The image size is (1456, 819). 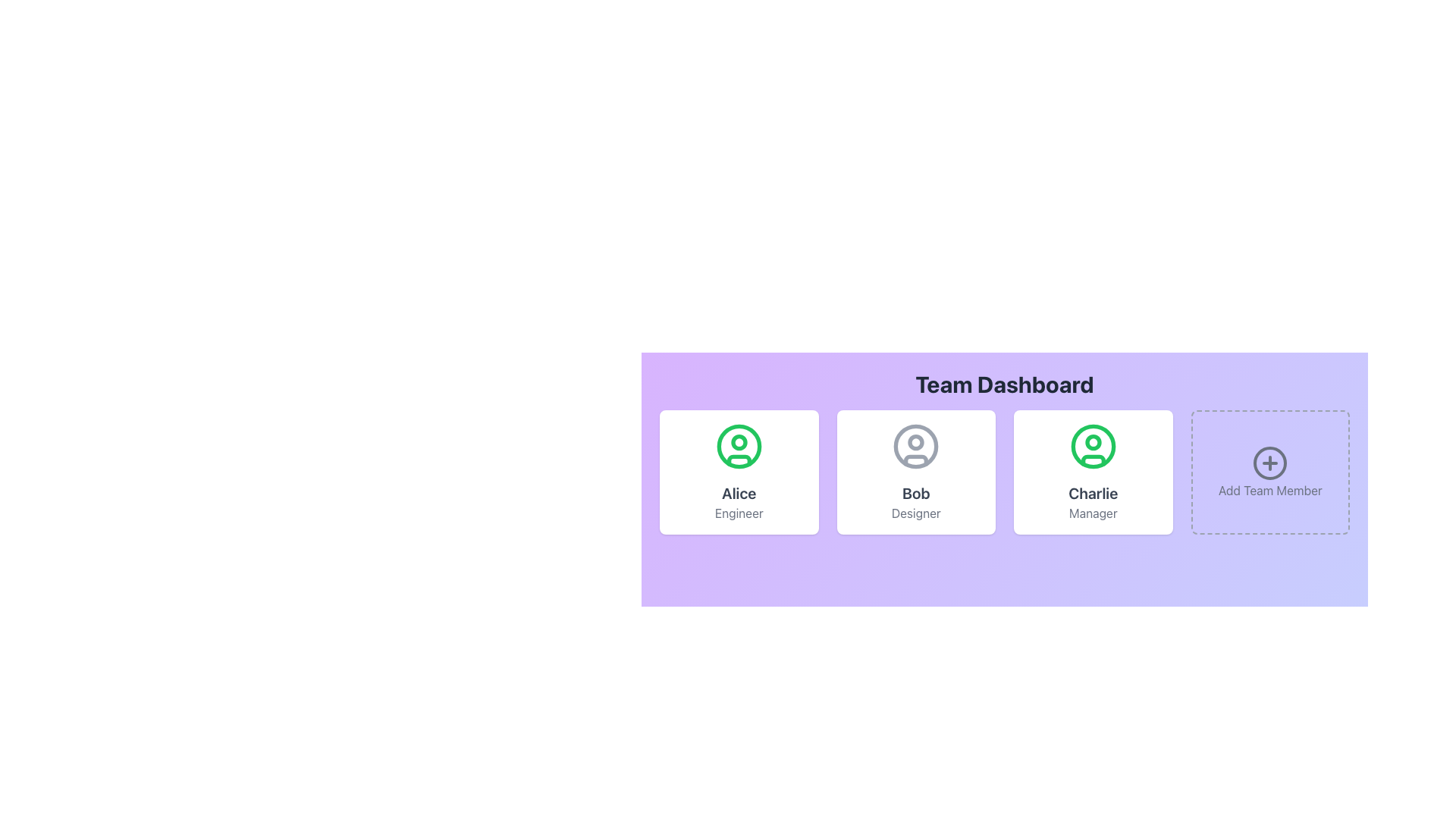 What do you see at coordinates (1004, 383) in the screenshot?
I see `title text 'Team Dashboard', which is prominently displayed in bold, large font at the top of the panel with a gradient background` at bounding box center [1004, 383].